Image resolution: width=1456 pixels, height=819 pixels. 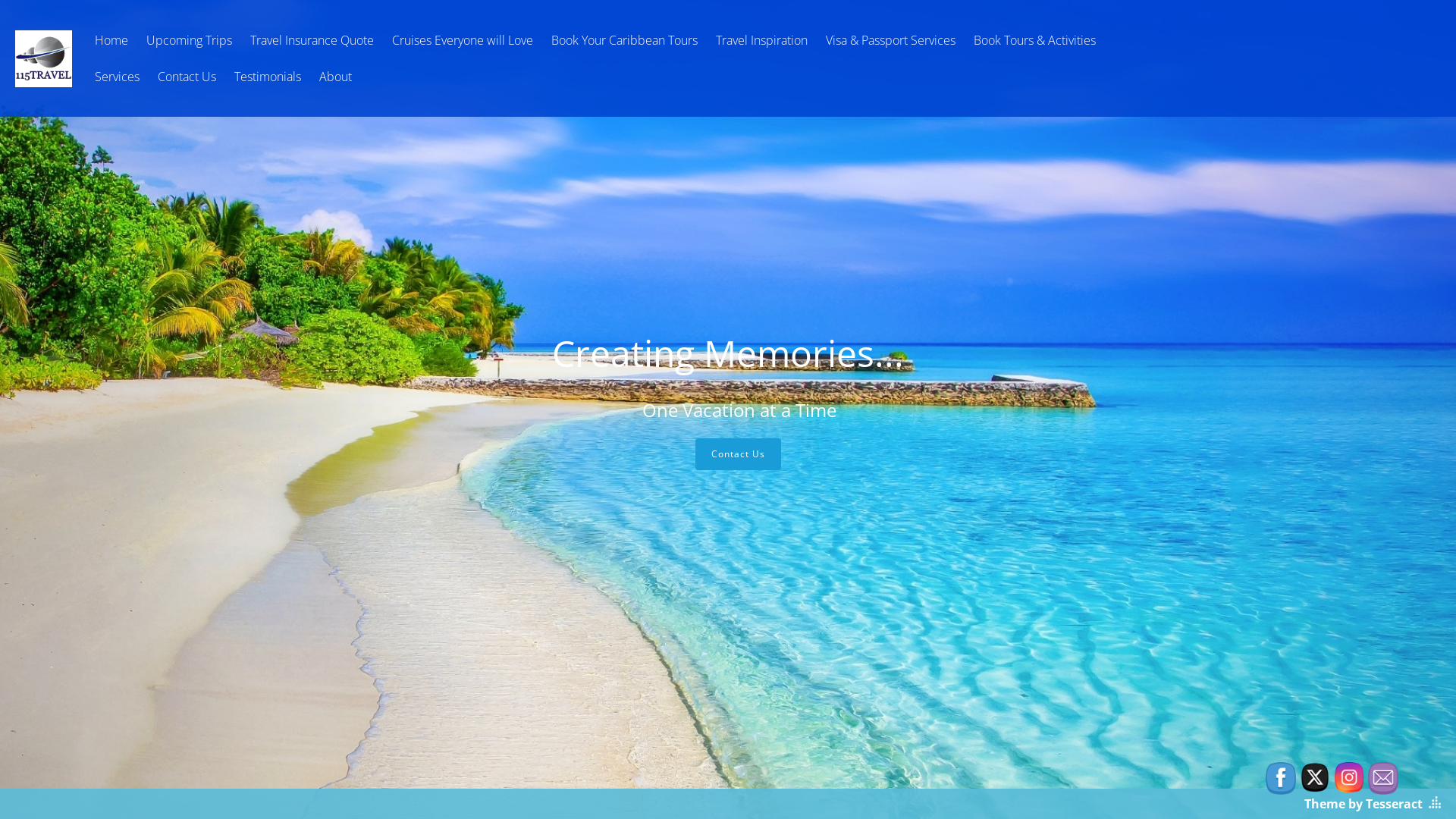 What do you see at coordinates (384, 39) in the screenshot?
I see `'Cruises Everyone will Love'` at bounding box center [384, 39].